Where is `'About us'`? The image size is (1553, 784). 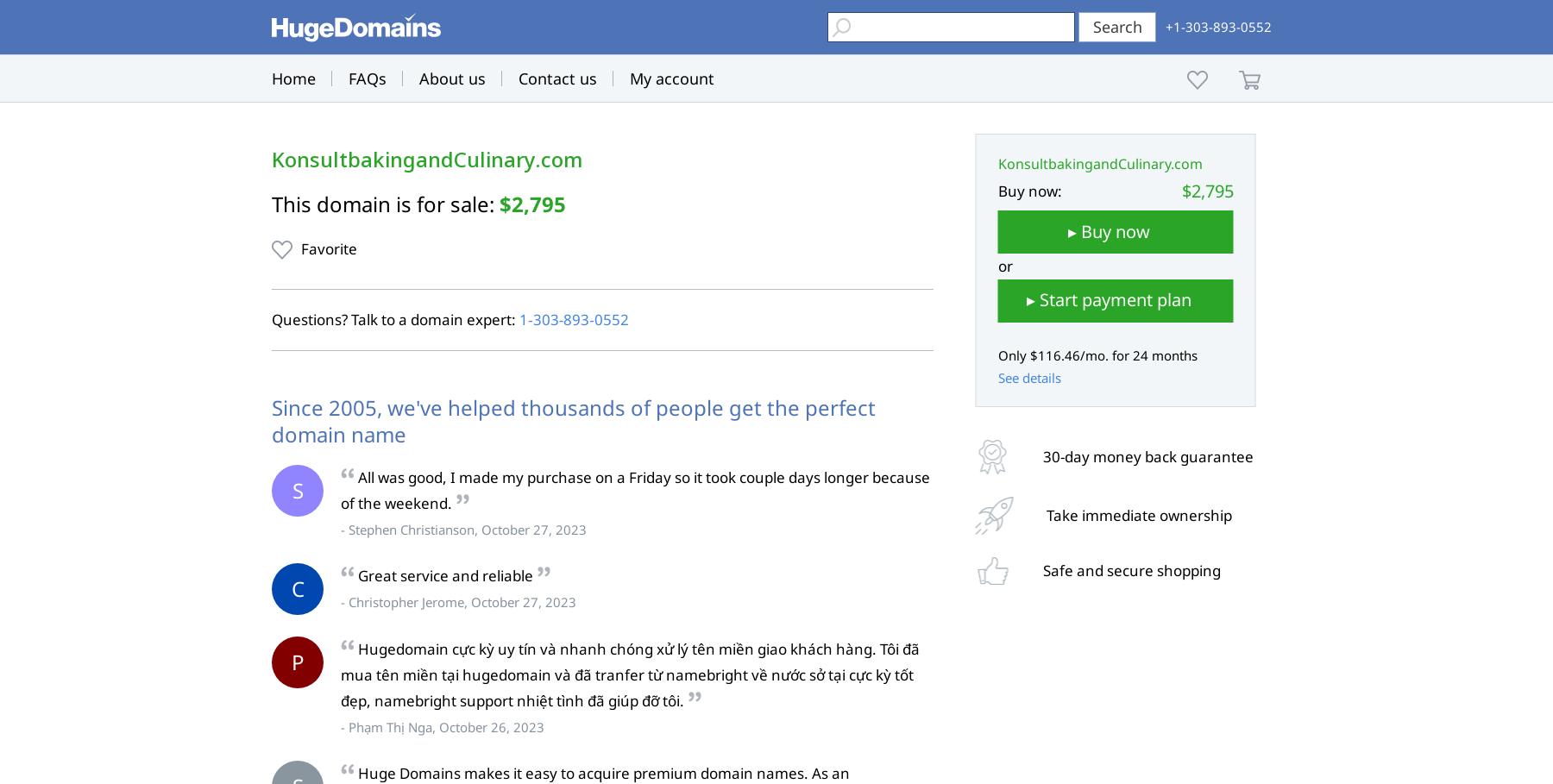 'About us' is located at coordinates (451, 77).